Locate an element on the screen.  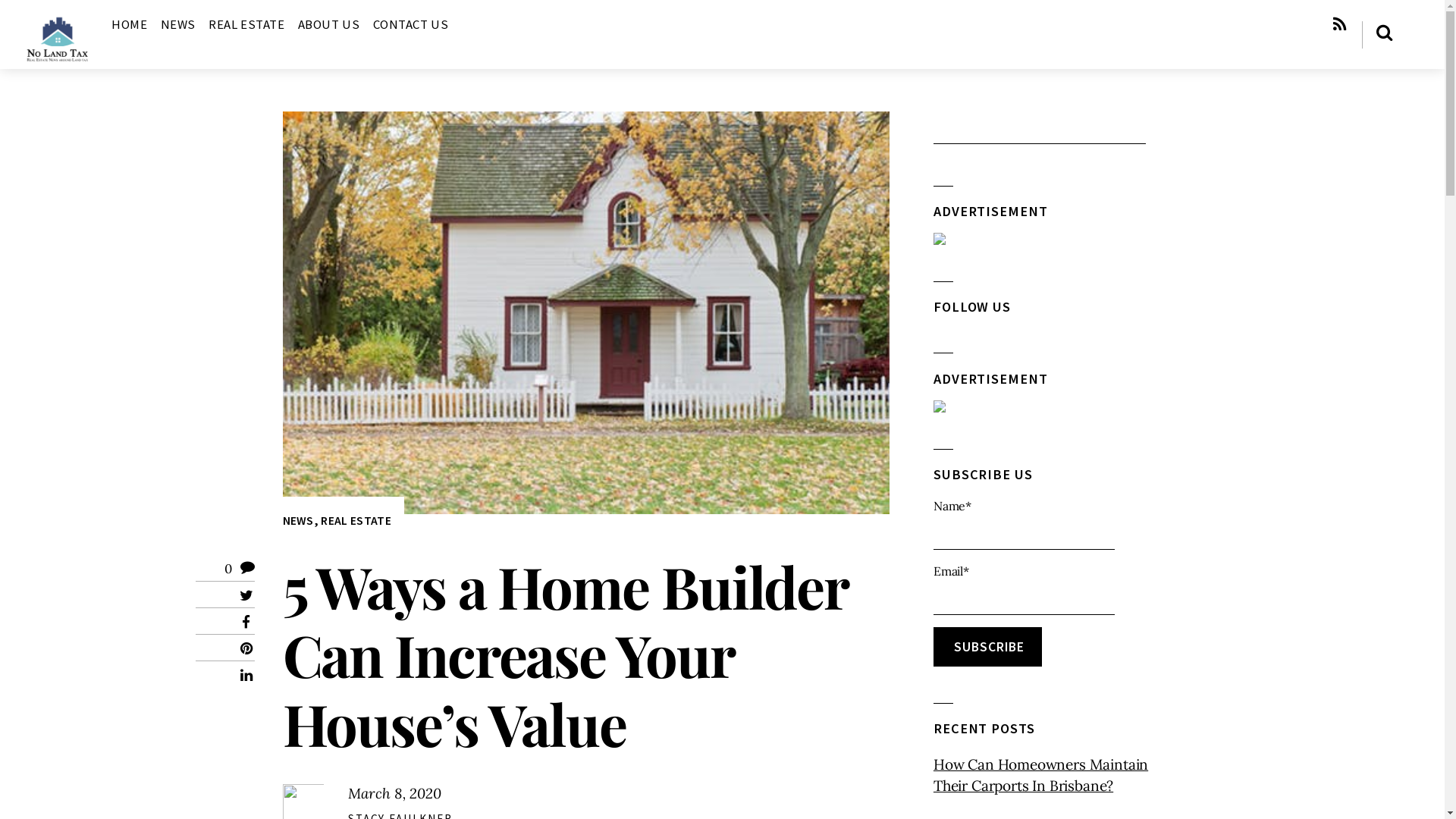
'ABOUT US' is located at coordinates (328, 24).